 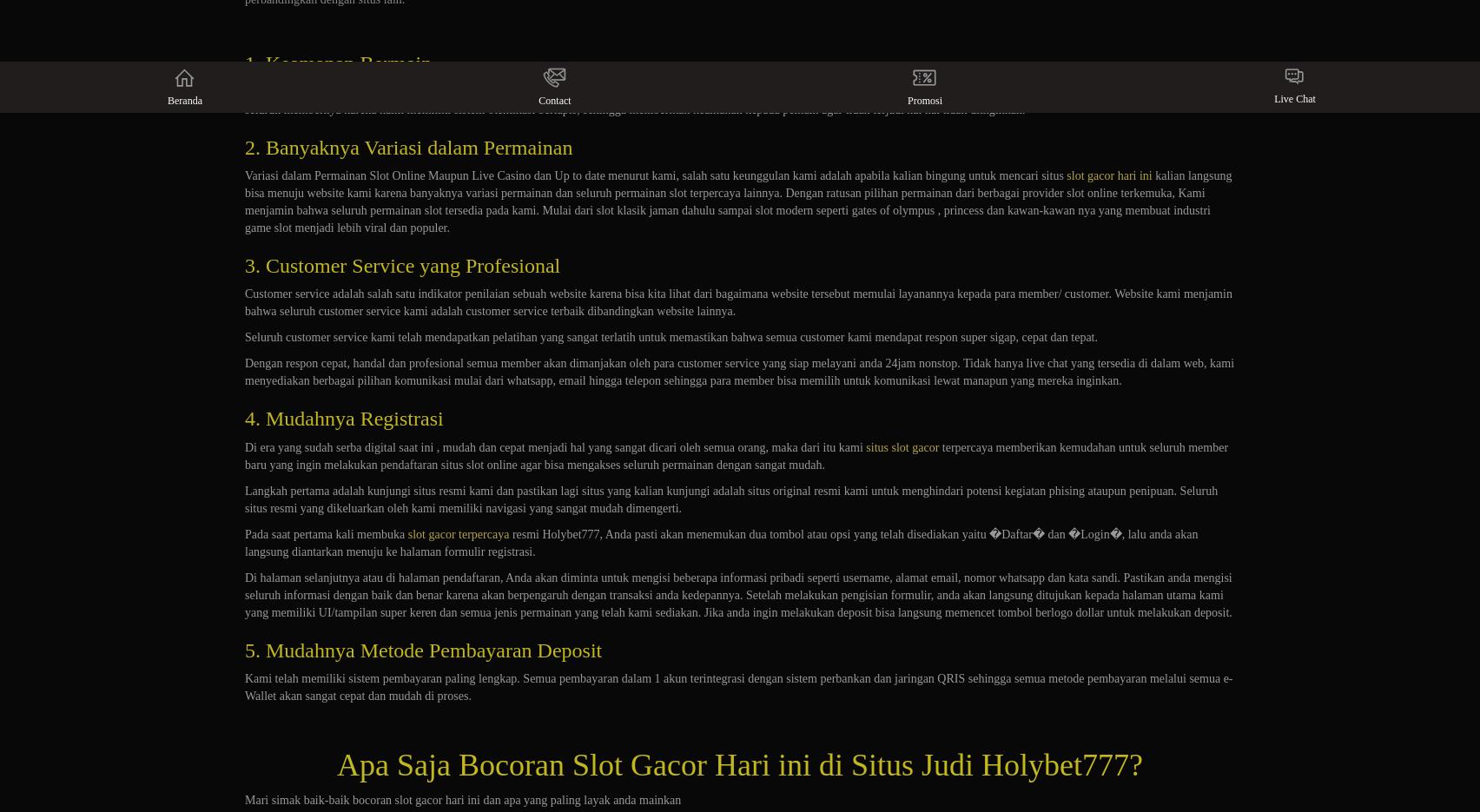 I want to click on 'Dengan respon cepat, handal dan profesional semua member akan dimanjakan oleh para customer service yang siap melayani anda 24jam nonstop. Tidak hanya live chat yang tersedia di dalam web, kami menyediakan berbagai pilihan komunikasi mulai dari whatsapp, email hingga telepon sehingga para member bisa memilih untuk komunikasi lewat manapun yang mereka inginkan.', so click(x=738, y=371).